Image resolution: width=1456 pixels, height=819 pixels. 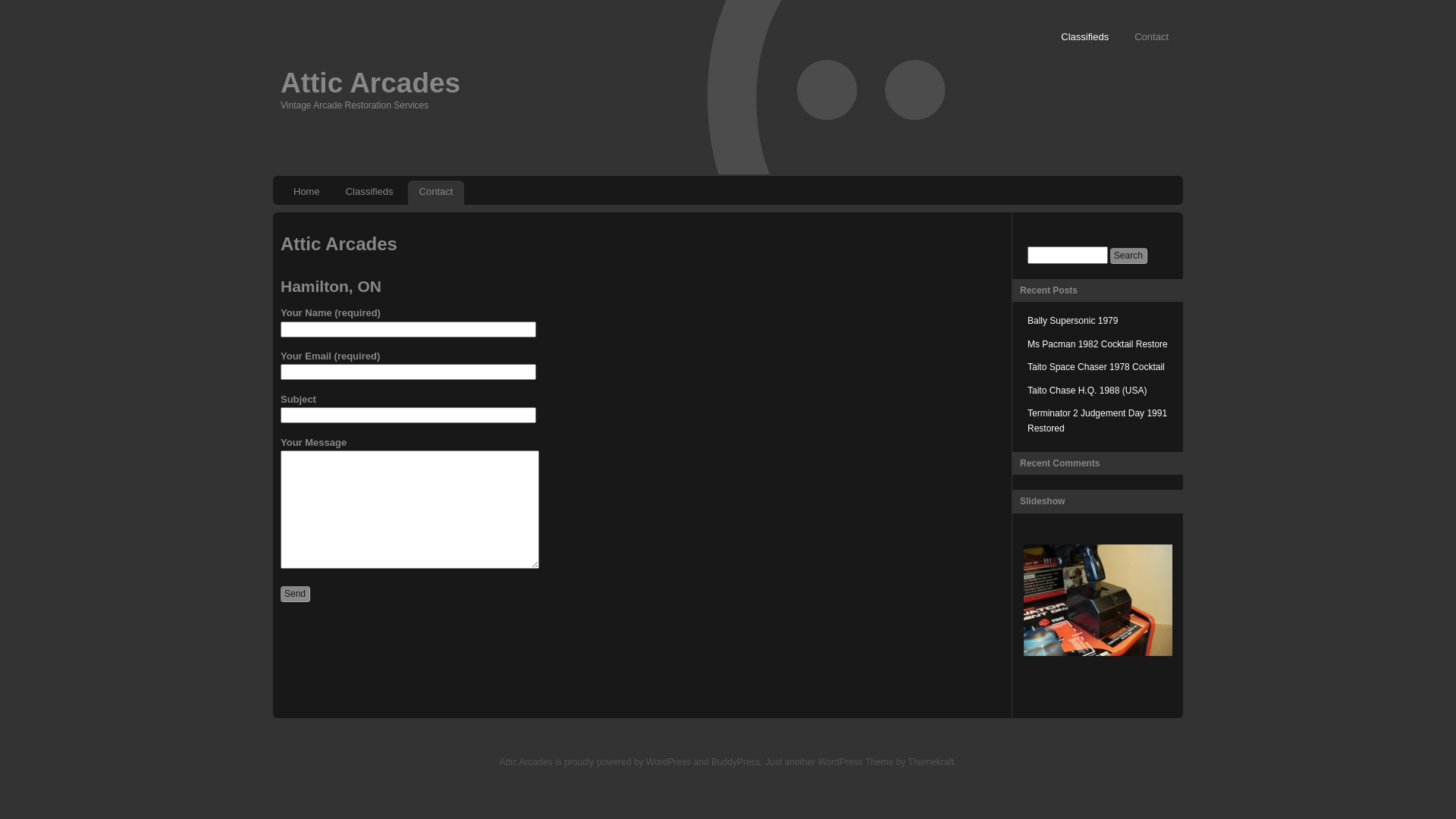 I want to click on 'Search', so click(x=1128, y=255).